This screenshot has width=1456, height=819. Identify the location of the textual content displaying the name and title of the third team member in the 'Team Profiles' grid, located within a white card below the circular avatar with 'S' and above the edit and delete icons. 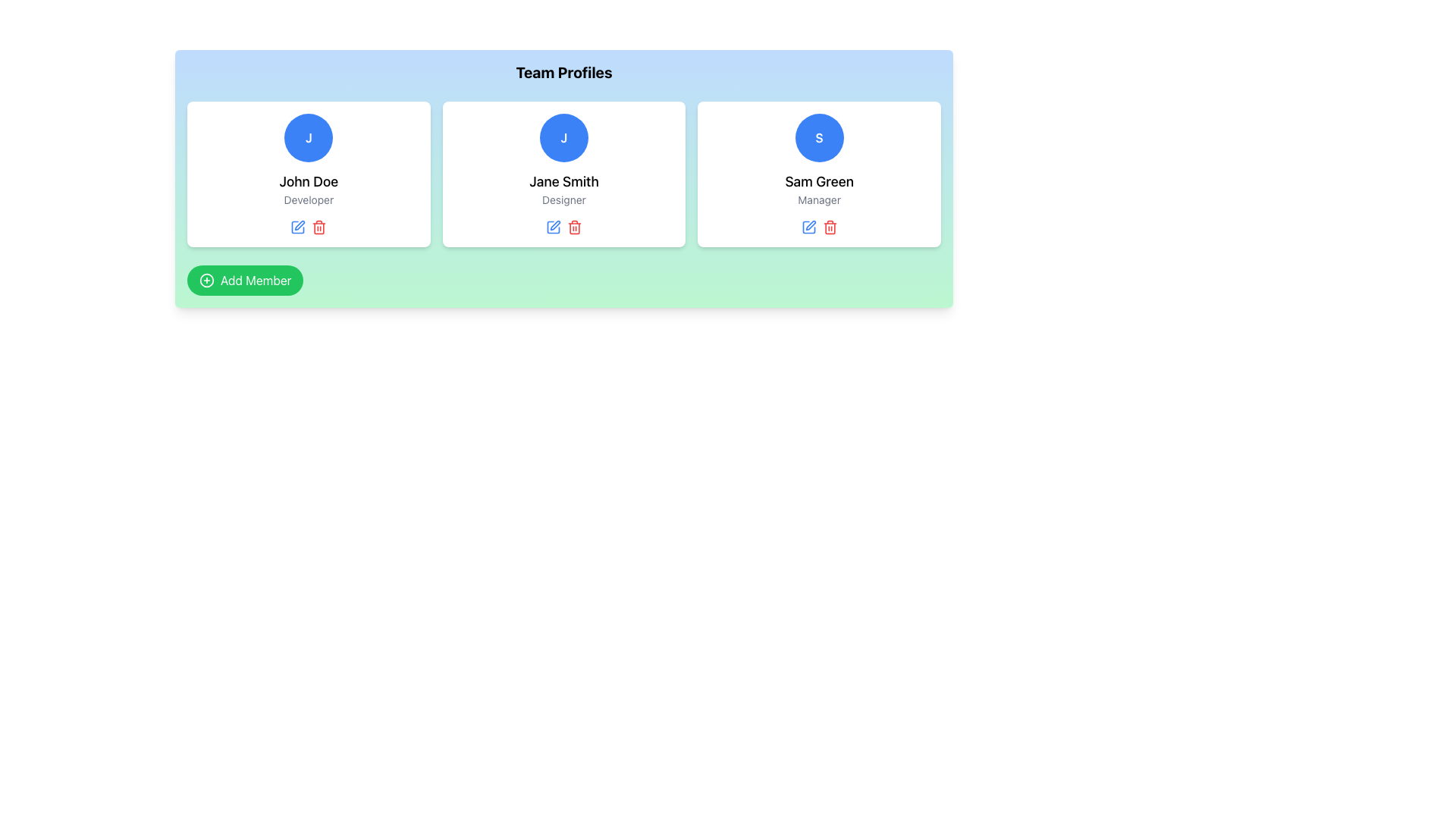
(818, 189).